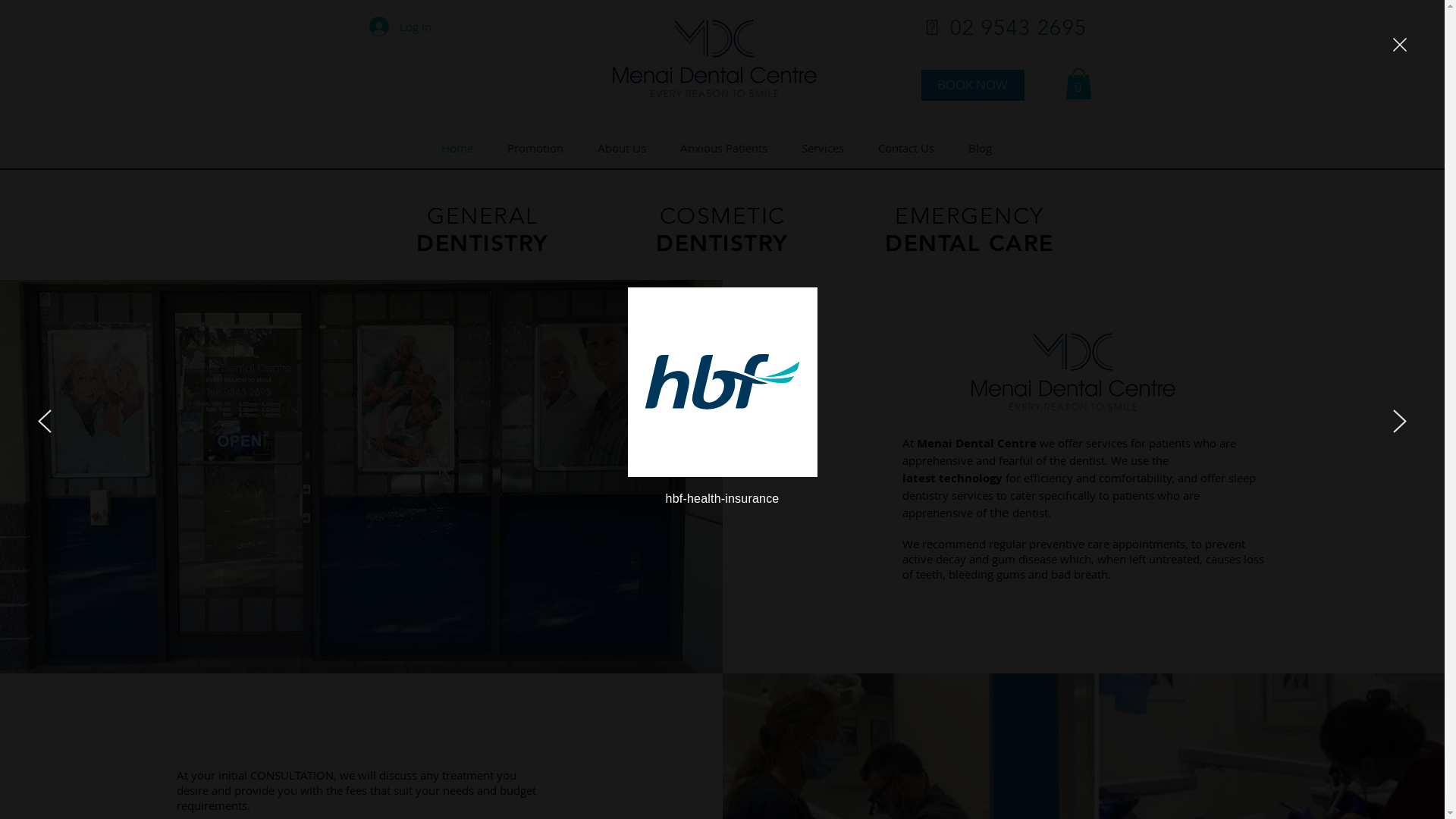 The width and height of the screenshot is (1456, 819). I want to click on 'COSMETIC', so click(722, 215).